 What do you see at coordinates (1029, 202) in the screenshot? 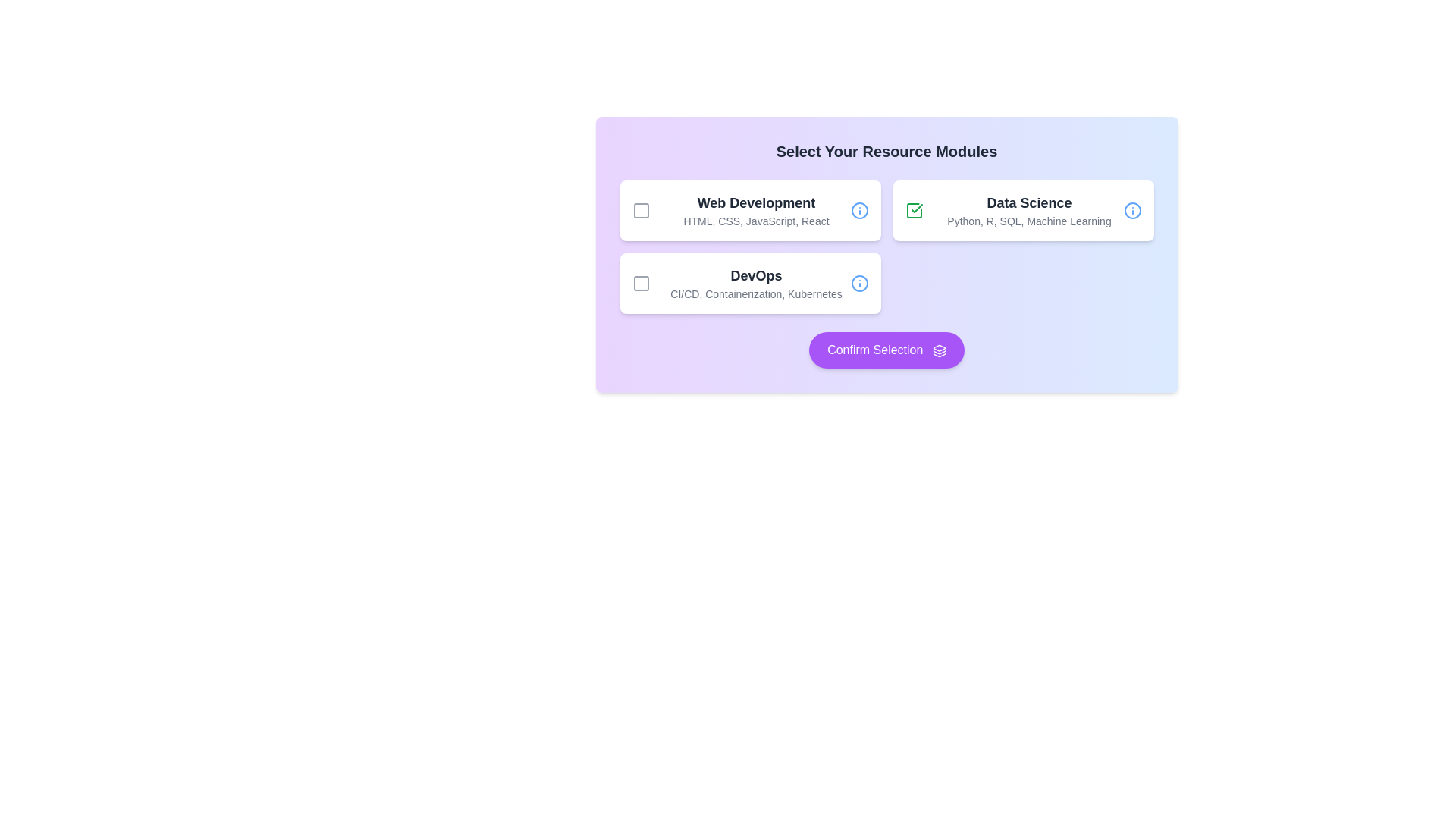
I see `the title or heading text element located in the second card from the top in the center column, above the descriptive text 'Python, R, SQL, Machine Learning'` at bounding box center [1029, 202].